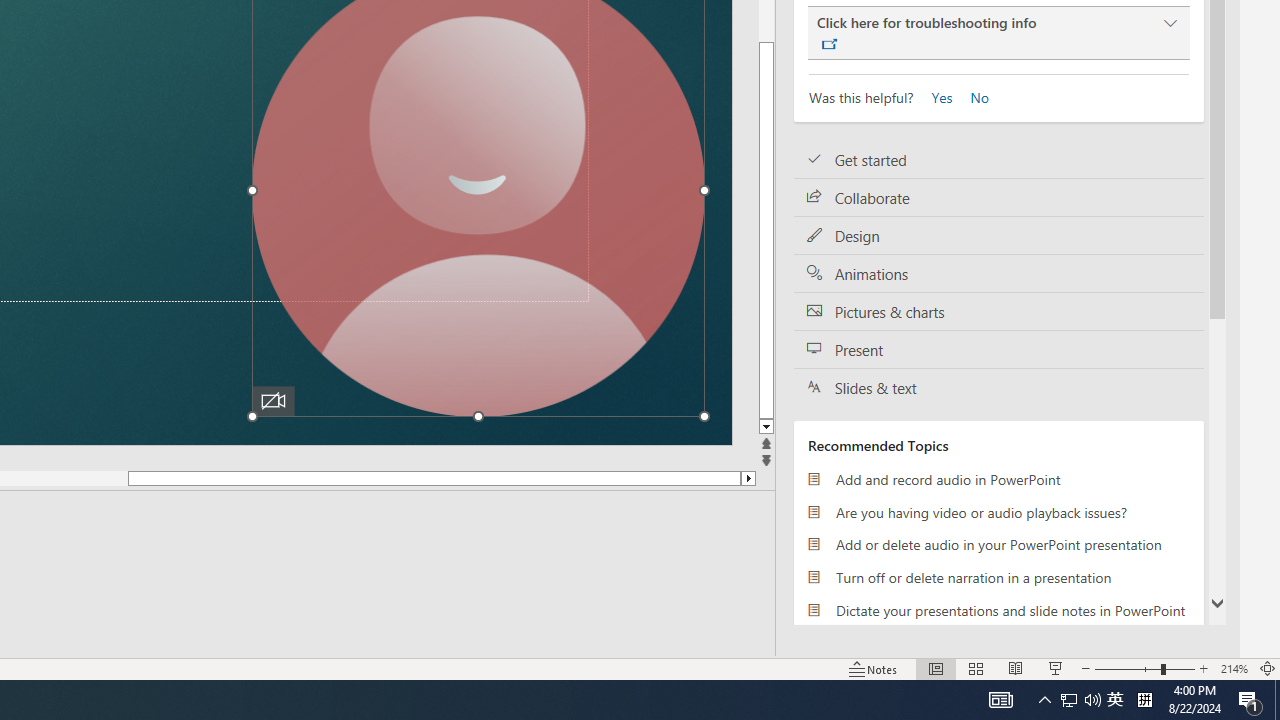 The image size is (1280, 720). I want to click on 'Slides & text', so click(999, 387).